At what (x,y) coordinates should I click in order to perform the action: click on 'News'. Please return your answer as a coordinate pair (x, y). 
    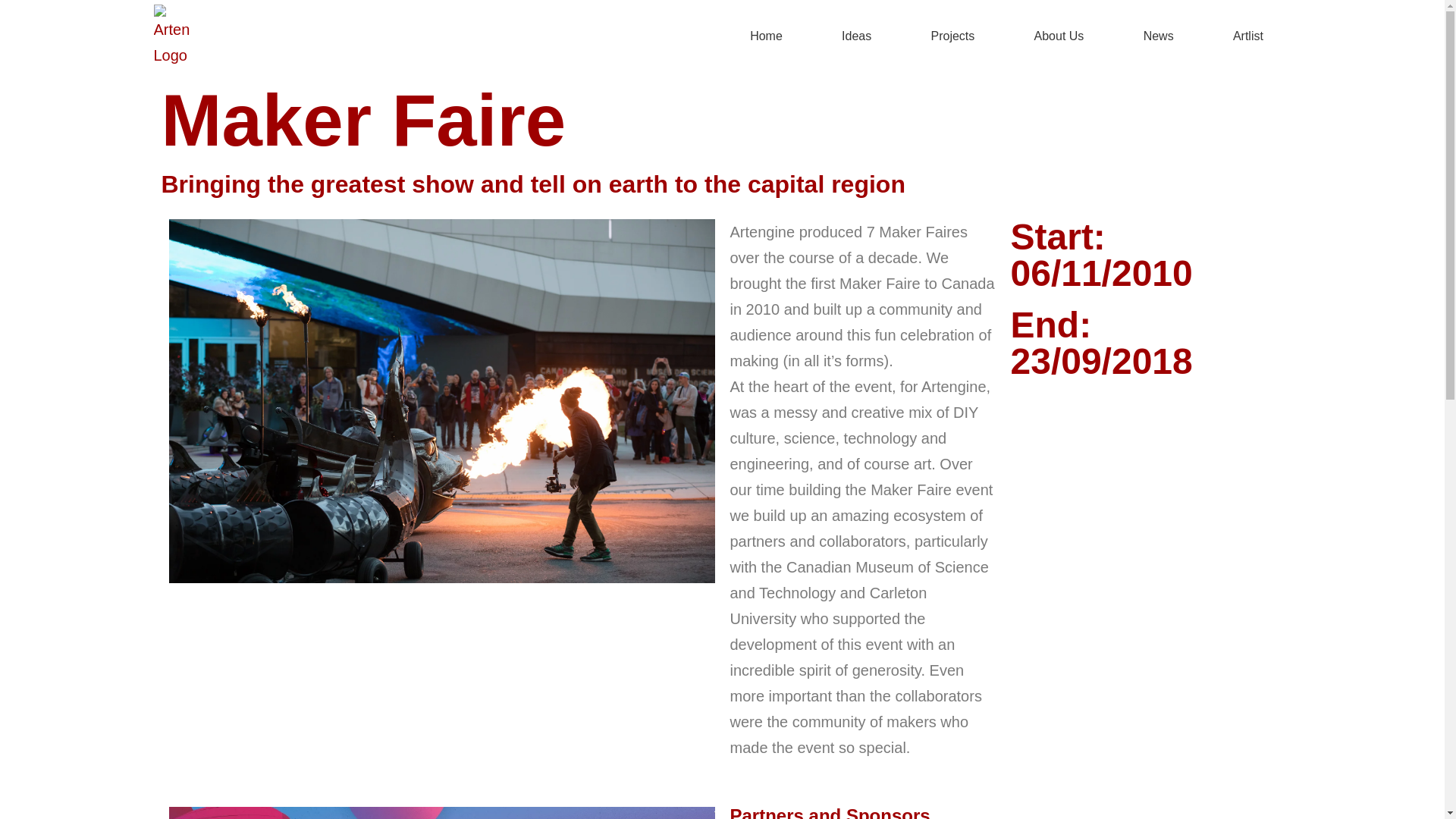
    Looking at the image, I should click on (1157, 35).